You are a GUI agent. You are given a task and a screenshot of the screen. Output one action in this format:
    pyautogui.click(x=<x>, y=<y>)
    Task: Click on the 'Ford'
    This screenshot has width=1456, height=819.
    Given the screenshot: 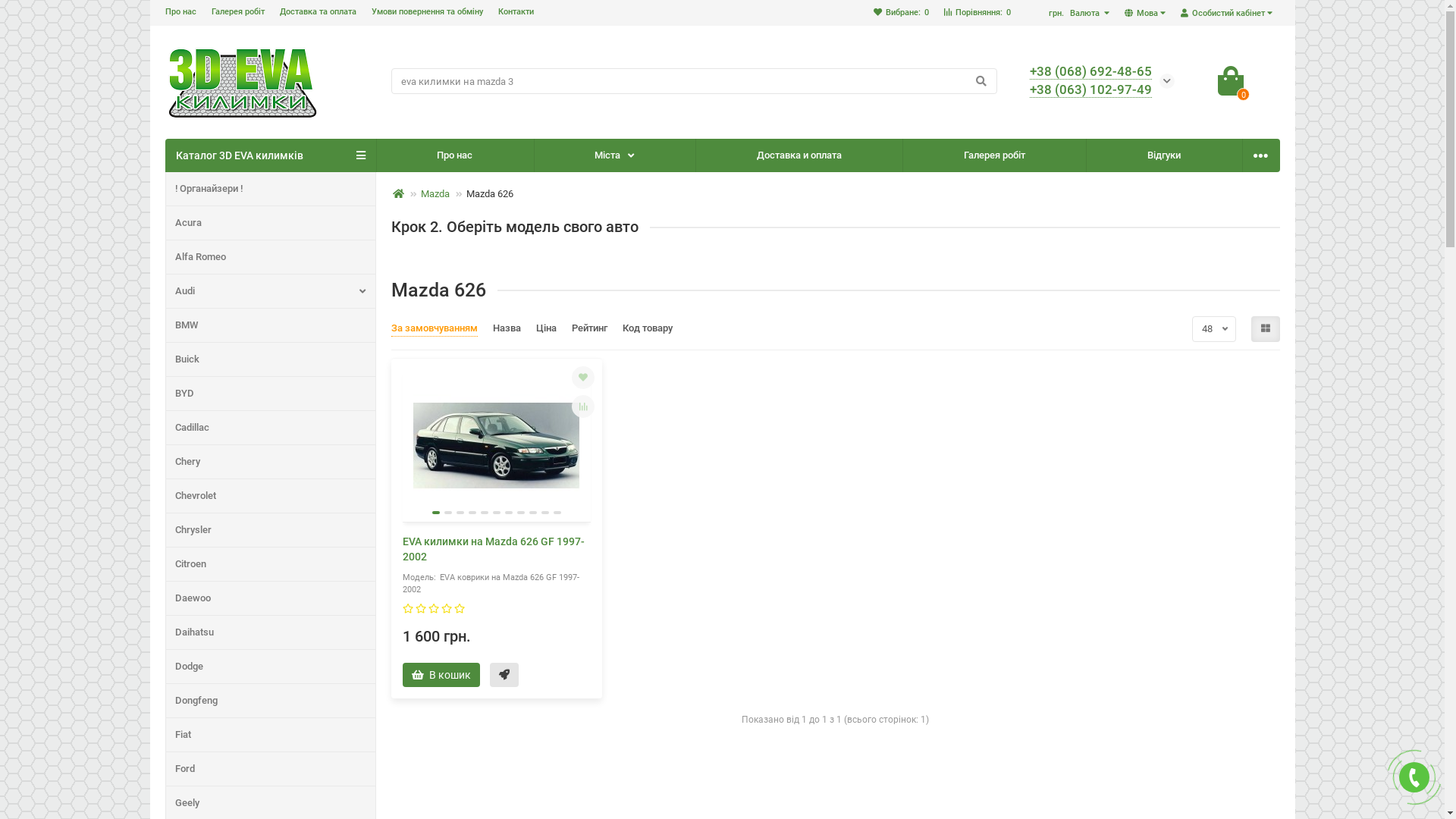 What is the action you would take?
    pyautogui.click(x=269, y=769)
    